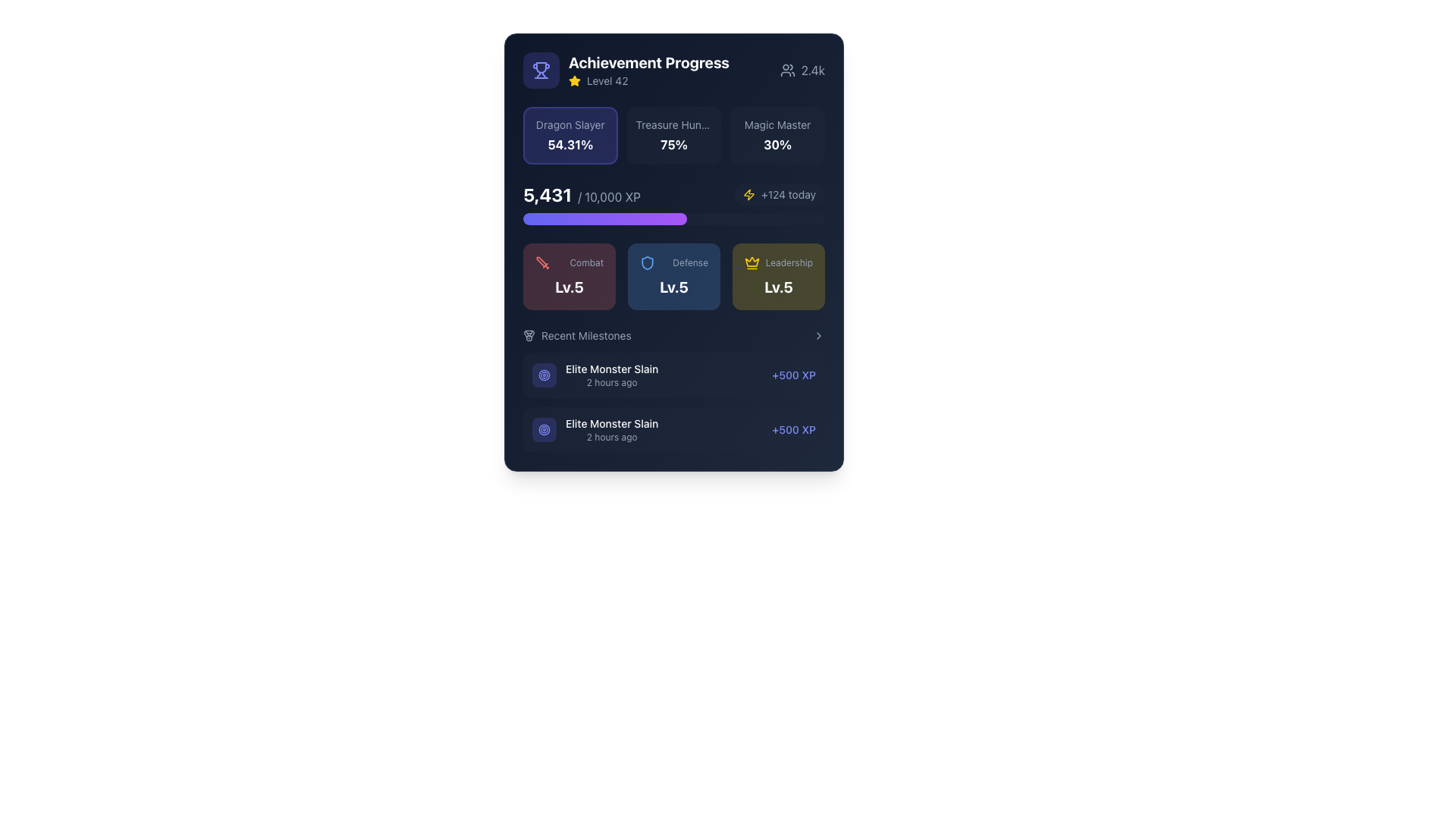  Describe the element at coordinates (541, 70) in the screenshot. I see `the achievement icon located near the top left of the 'Achievement Progress' dashboard card, which is enclosed within a rounded purple background` at that location.